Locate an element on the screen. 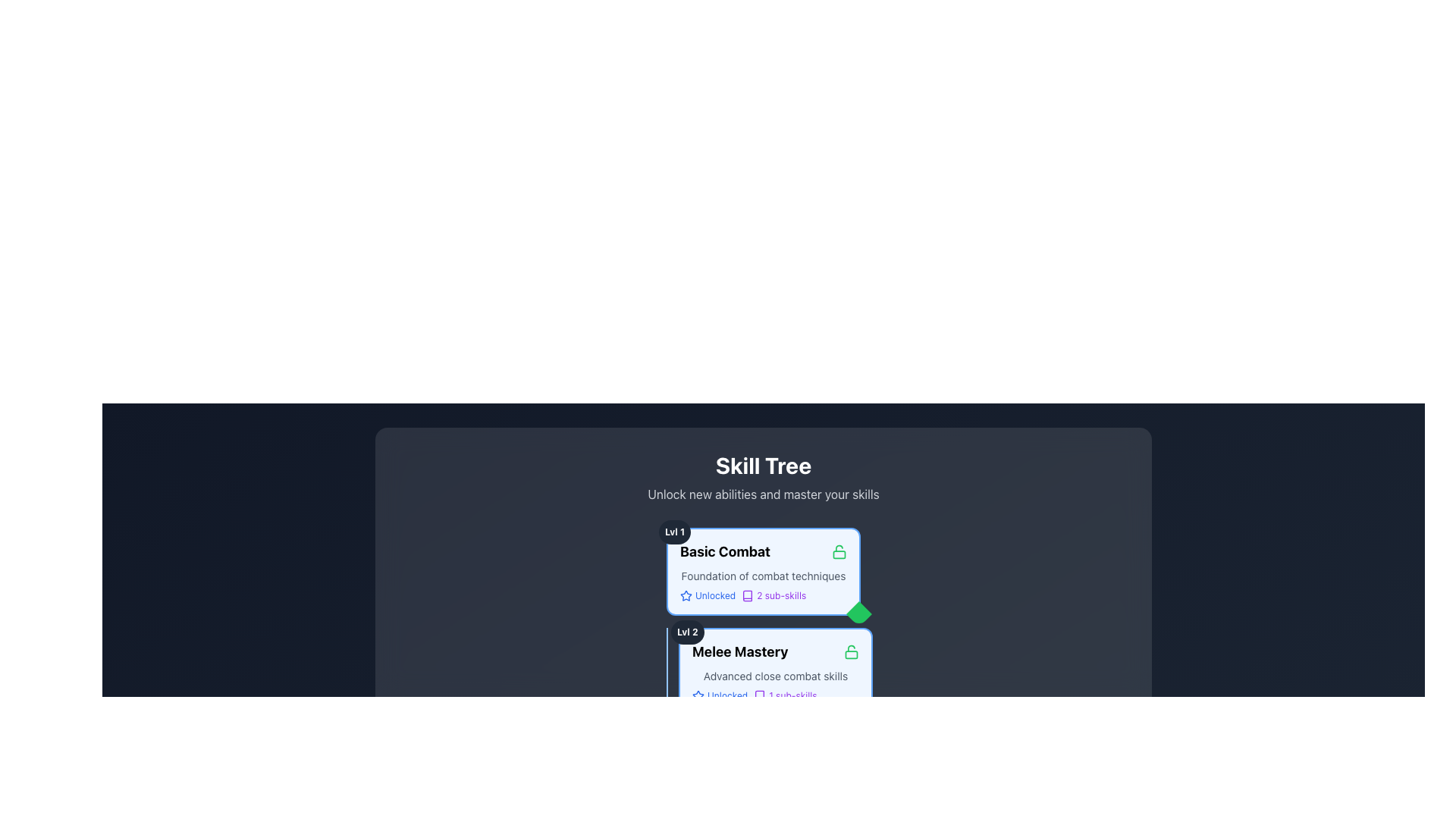 The image size is (1456, 819). skill details from the 'Melee Mastery' card component, which is the second node in the skill tree and indicates 'Lvl 2' is located at coordinates (775, 677).